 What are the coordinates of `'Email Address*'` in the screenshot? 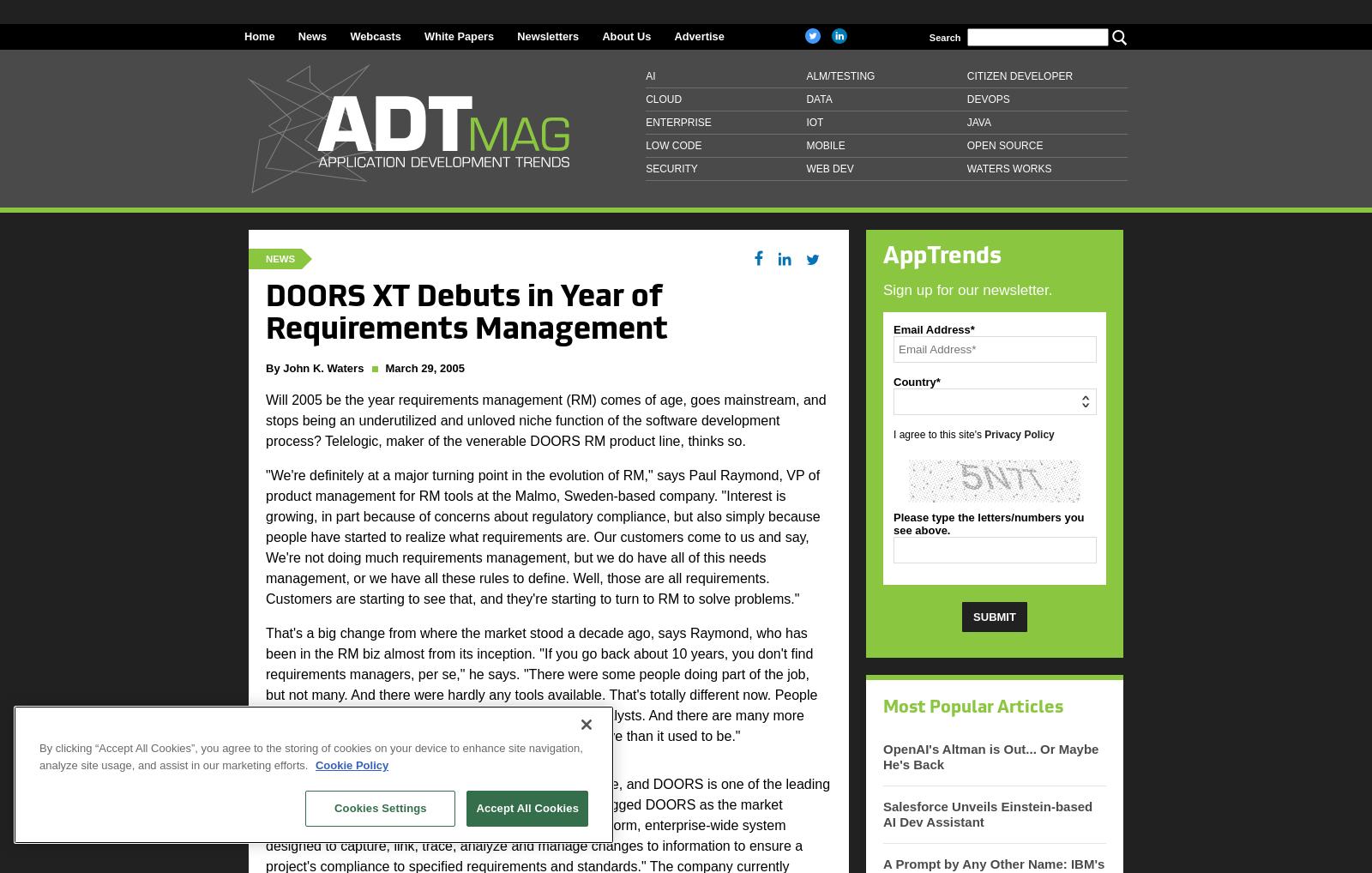 It's located at (933, 328).